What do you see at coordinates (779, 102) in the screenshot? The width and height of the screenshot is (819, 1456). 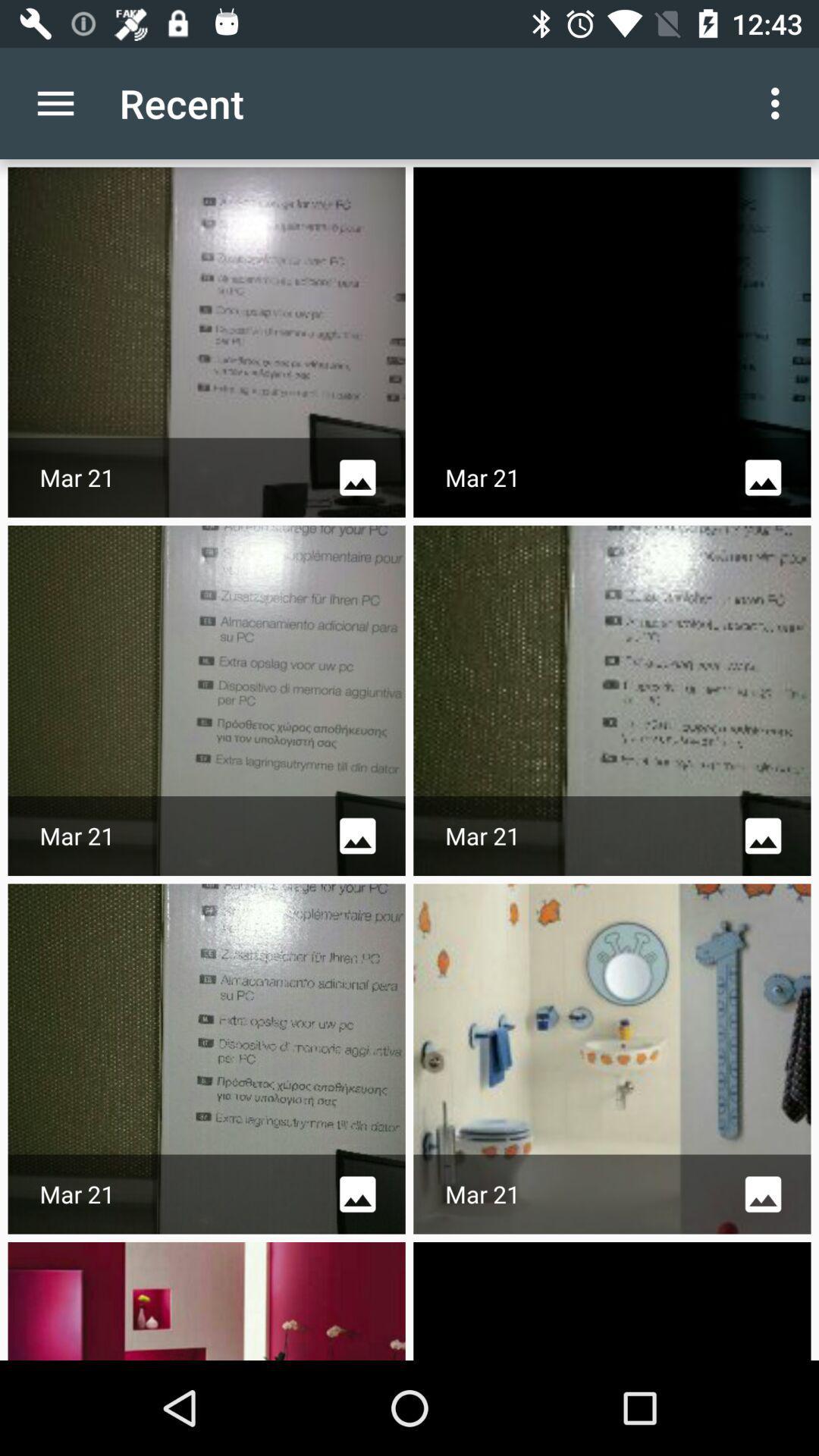 I see `icon to the right of recent` at bounding box center [779, 102].